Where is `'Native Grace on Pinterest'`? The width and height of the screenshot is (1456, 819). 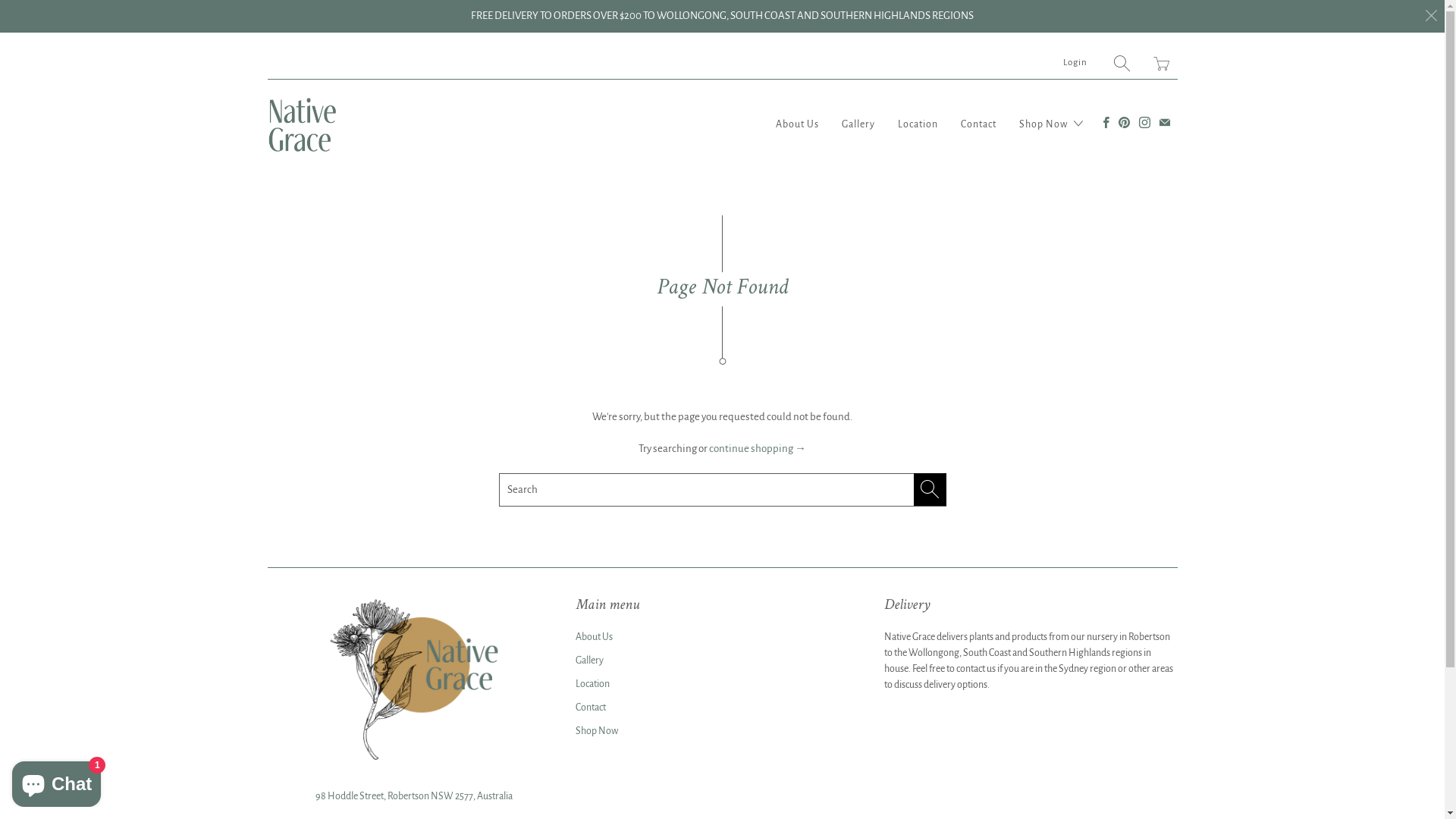 'Native Grace on Pinterest' is located at coordinates (1123, 121).